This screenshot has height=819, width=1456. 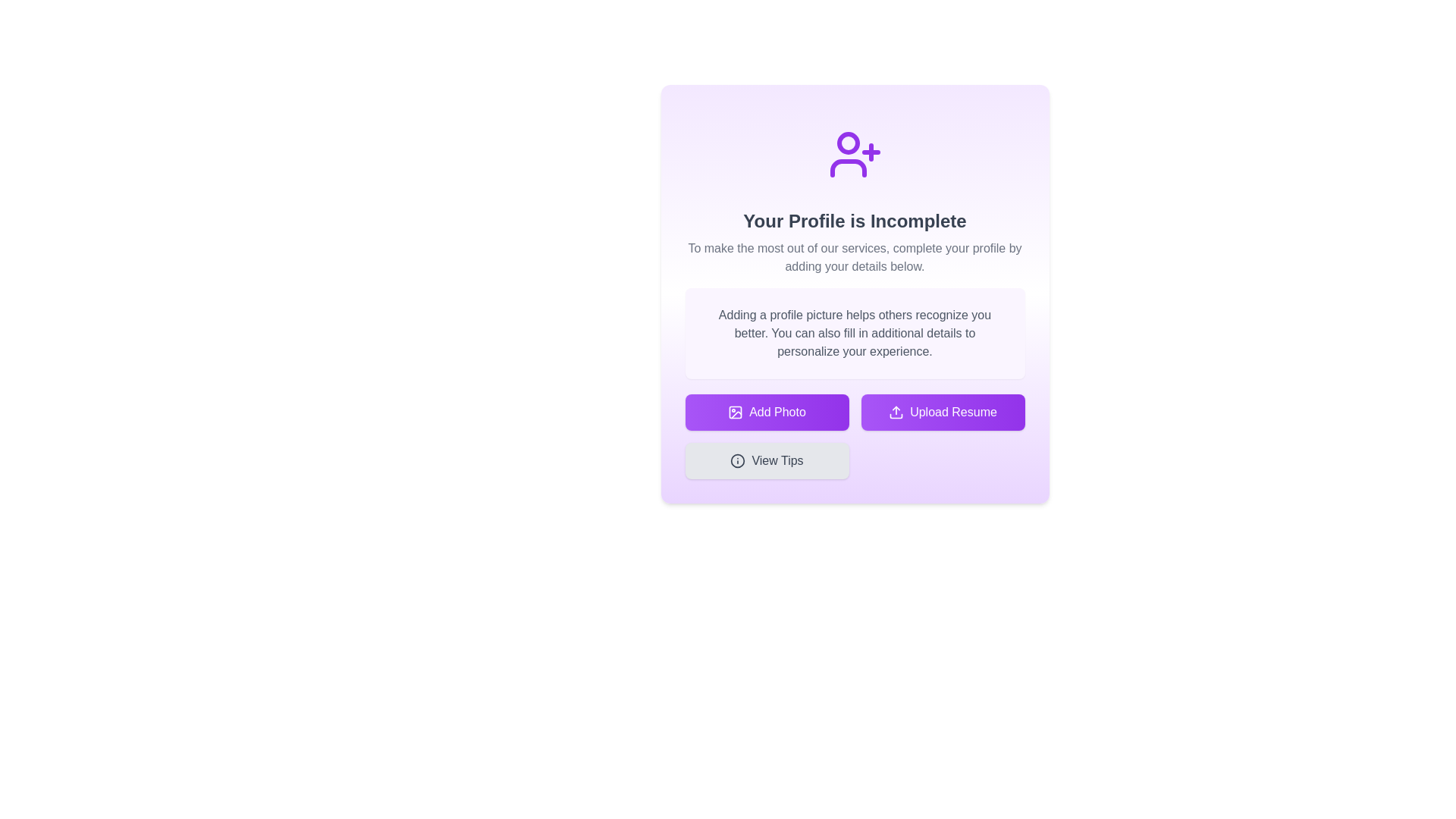 I want to click on the icon resembling a picture frame located to the left of the 'Add Photo' button text, so click(x=736, y=412).